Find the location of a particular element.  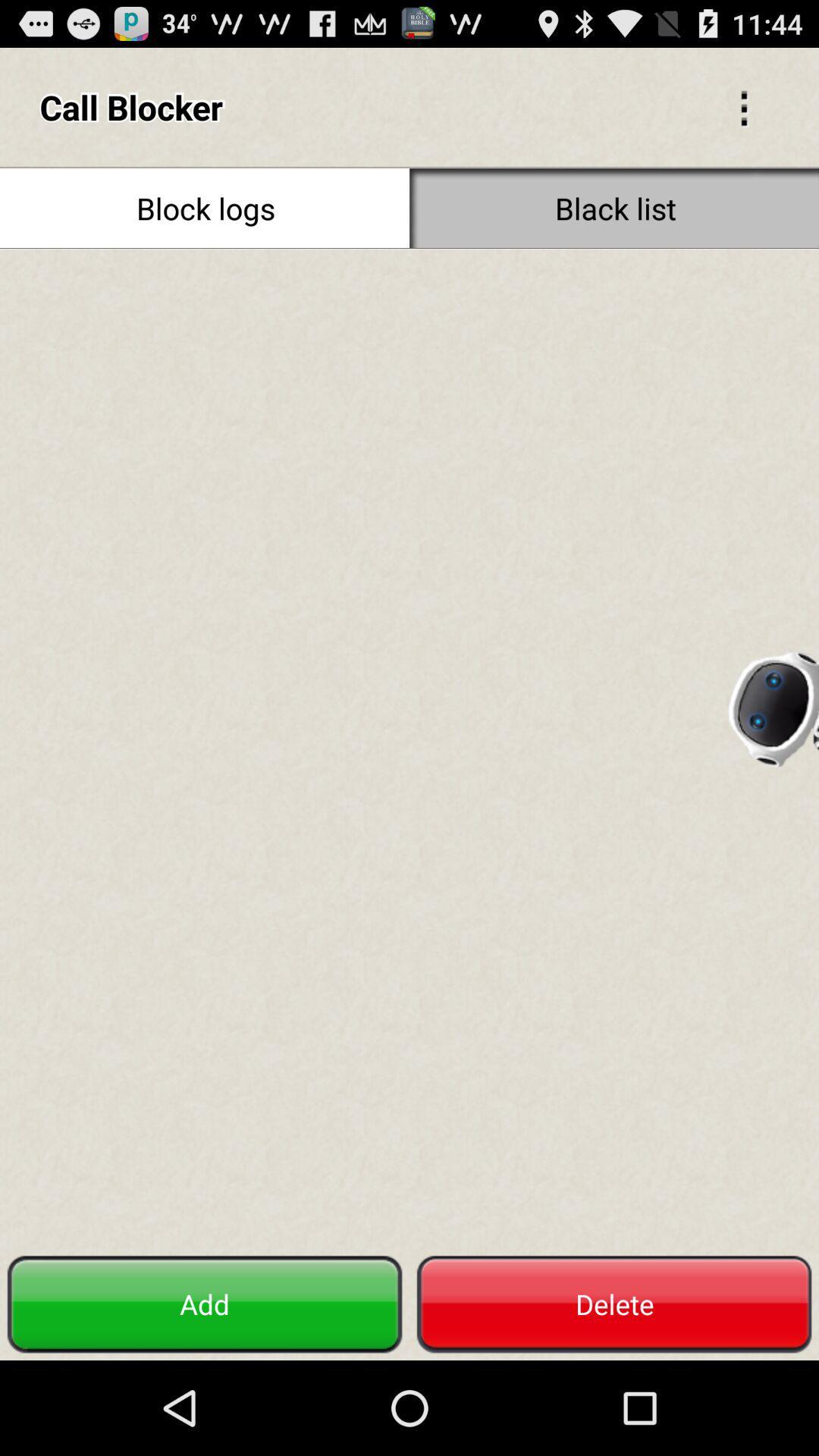

the item next to delete button is located at coordinates (205, 1304).